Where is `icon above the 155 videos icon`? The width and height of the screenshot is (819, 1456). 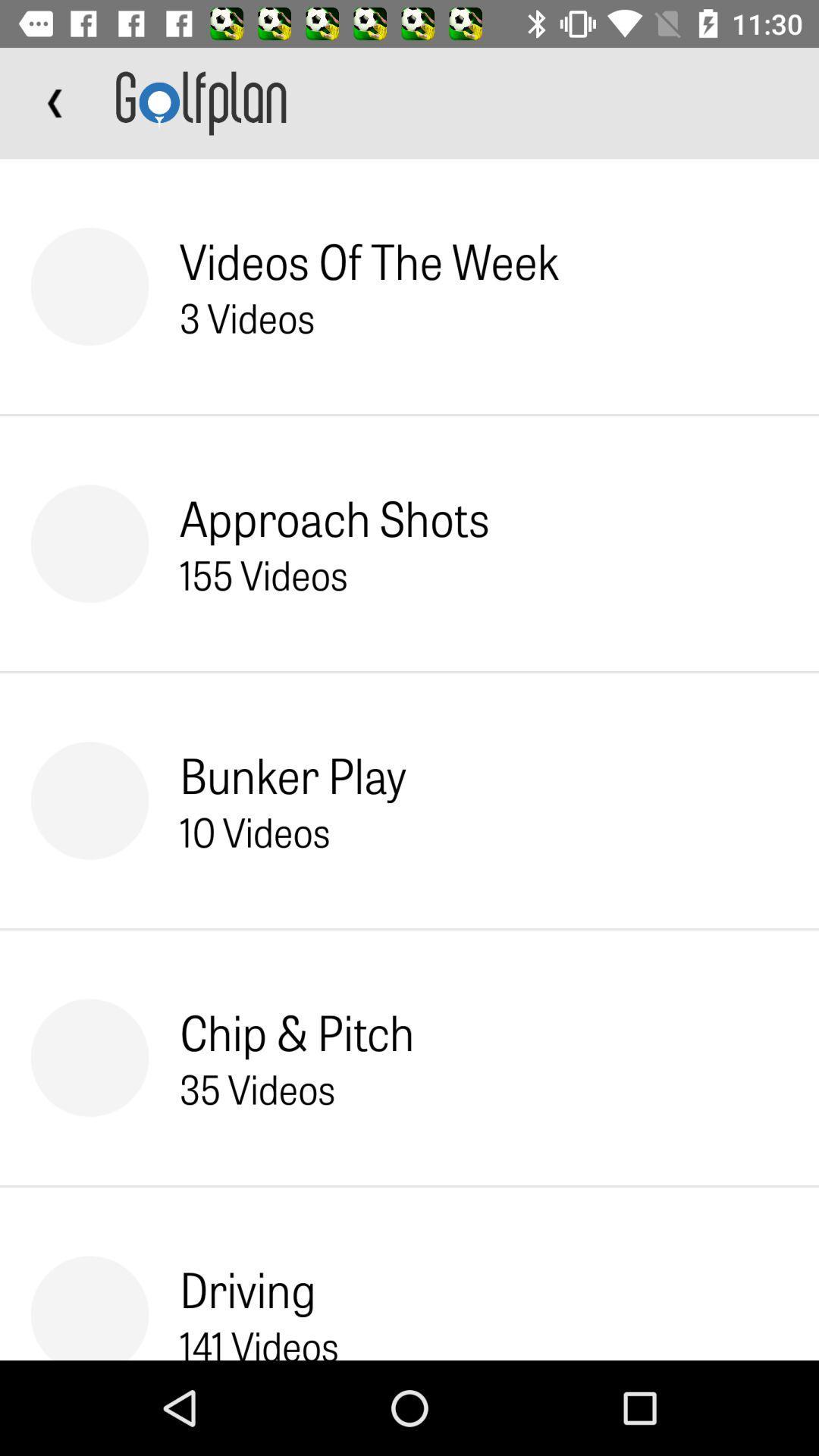
icon above the 155 videos icon is located at coordinates (334, 517).